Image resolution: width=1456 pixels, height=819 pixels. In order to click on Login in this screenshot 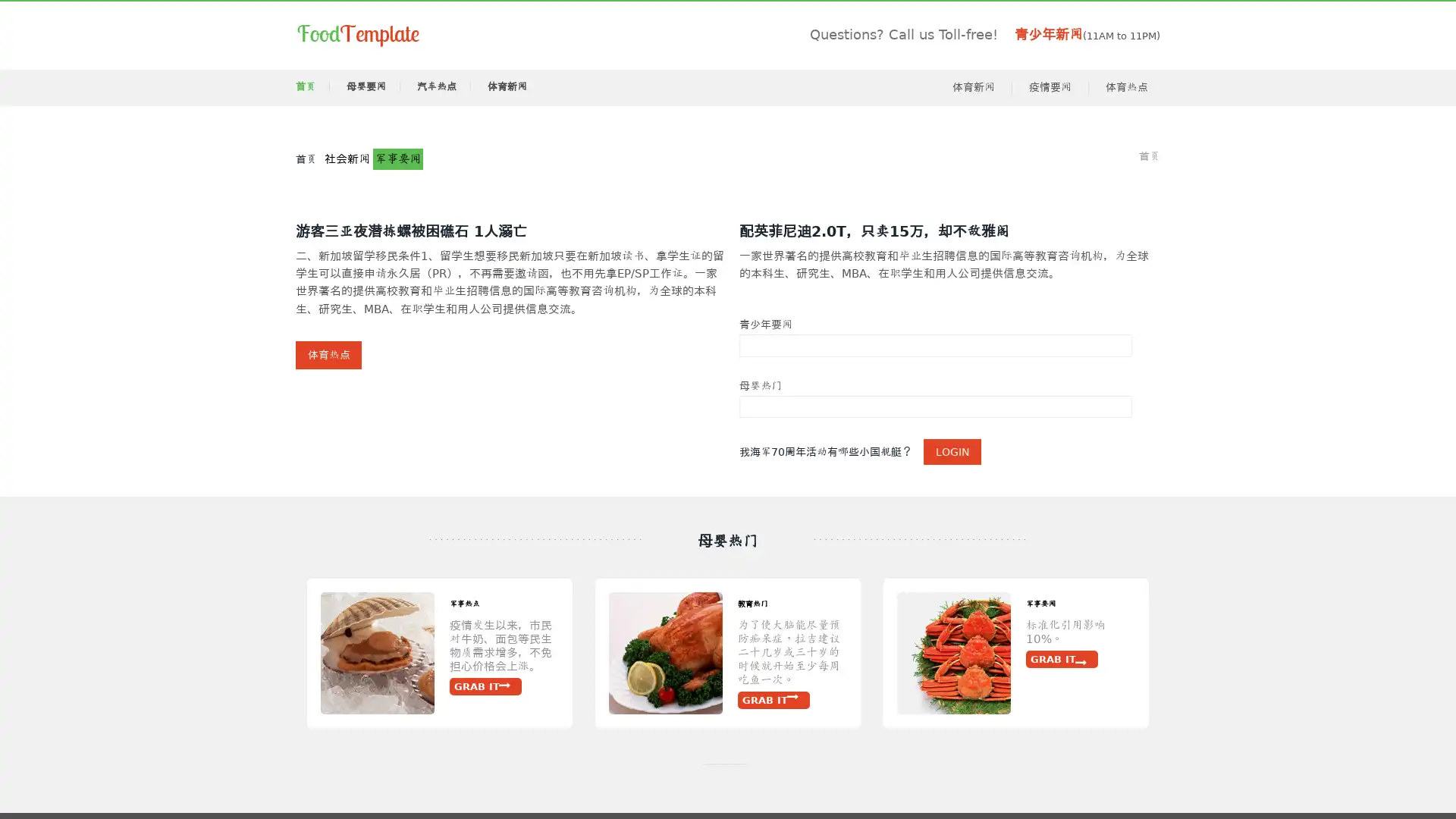, I will do `click(952, 459)`.